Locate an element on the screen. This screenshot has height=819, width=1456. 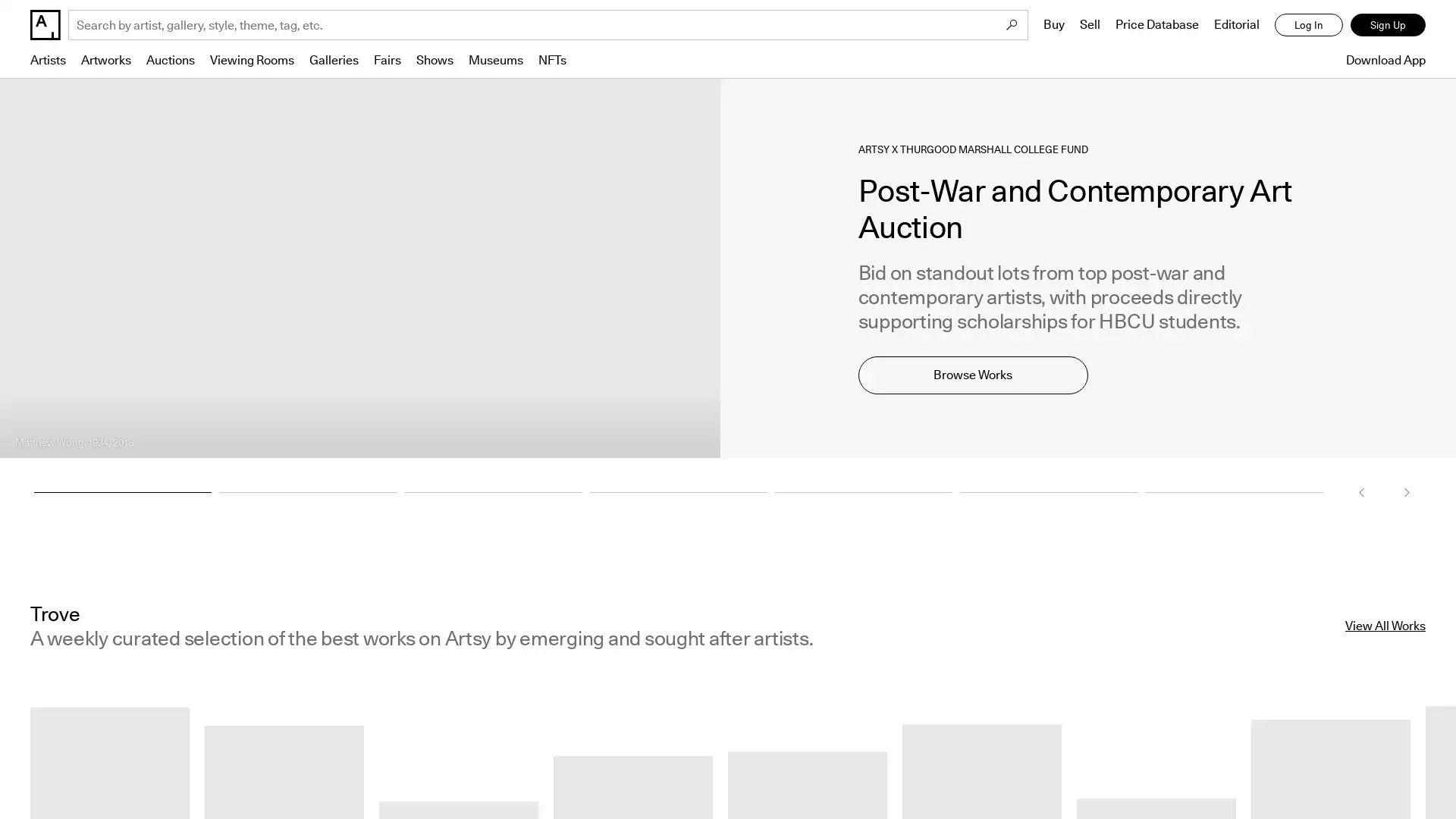
Download App is located at coordinates (1382, 59).